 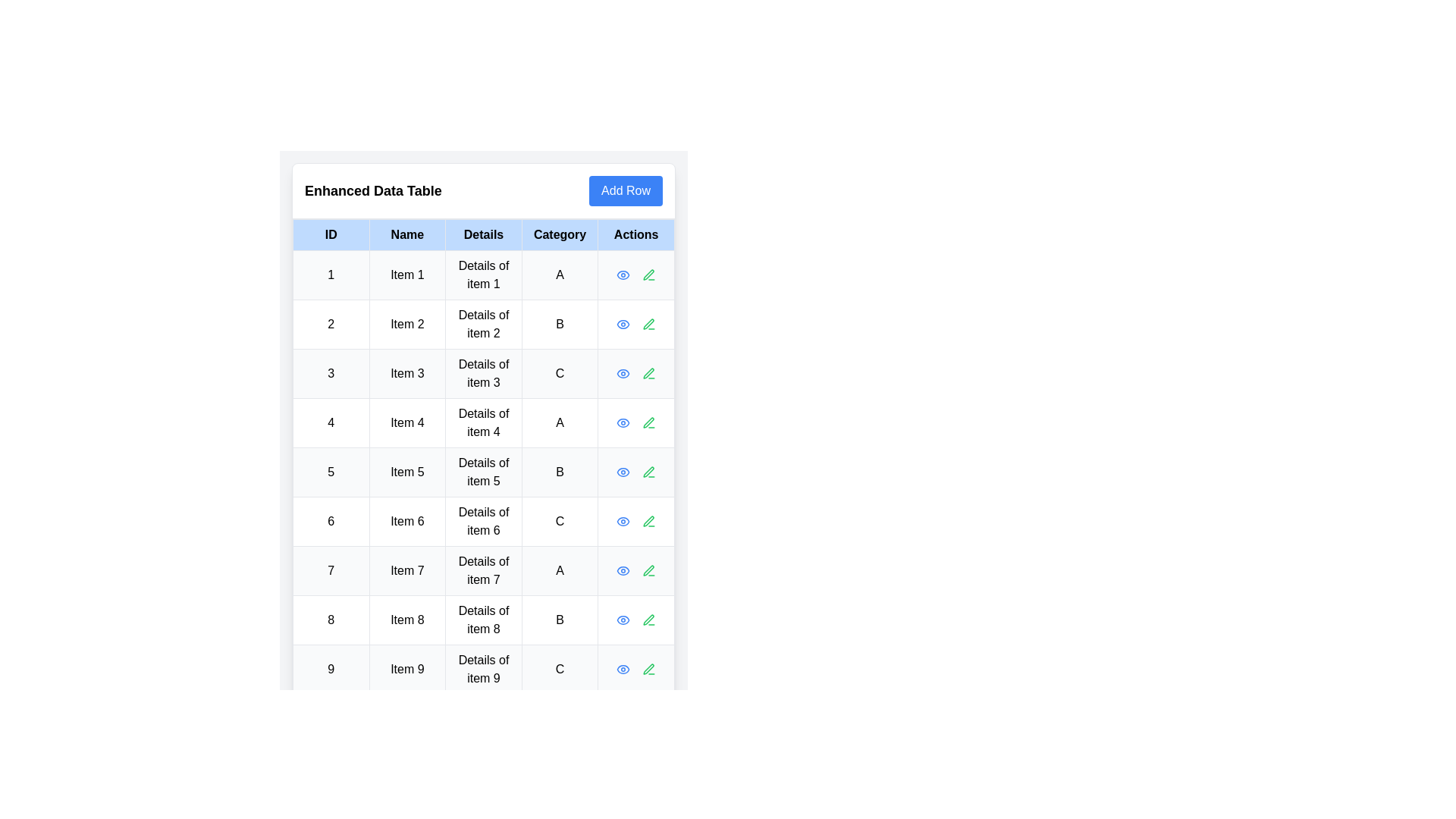 What do you see at coordinates (636, 570) in the screenshot?
I see `the green pen icon in the interactive cell of the 'Actions' column for 'Item 7'` at bounding box center [636, 570].